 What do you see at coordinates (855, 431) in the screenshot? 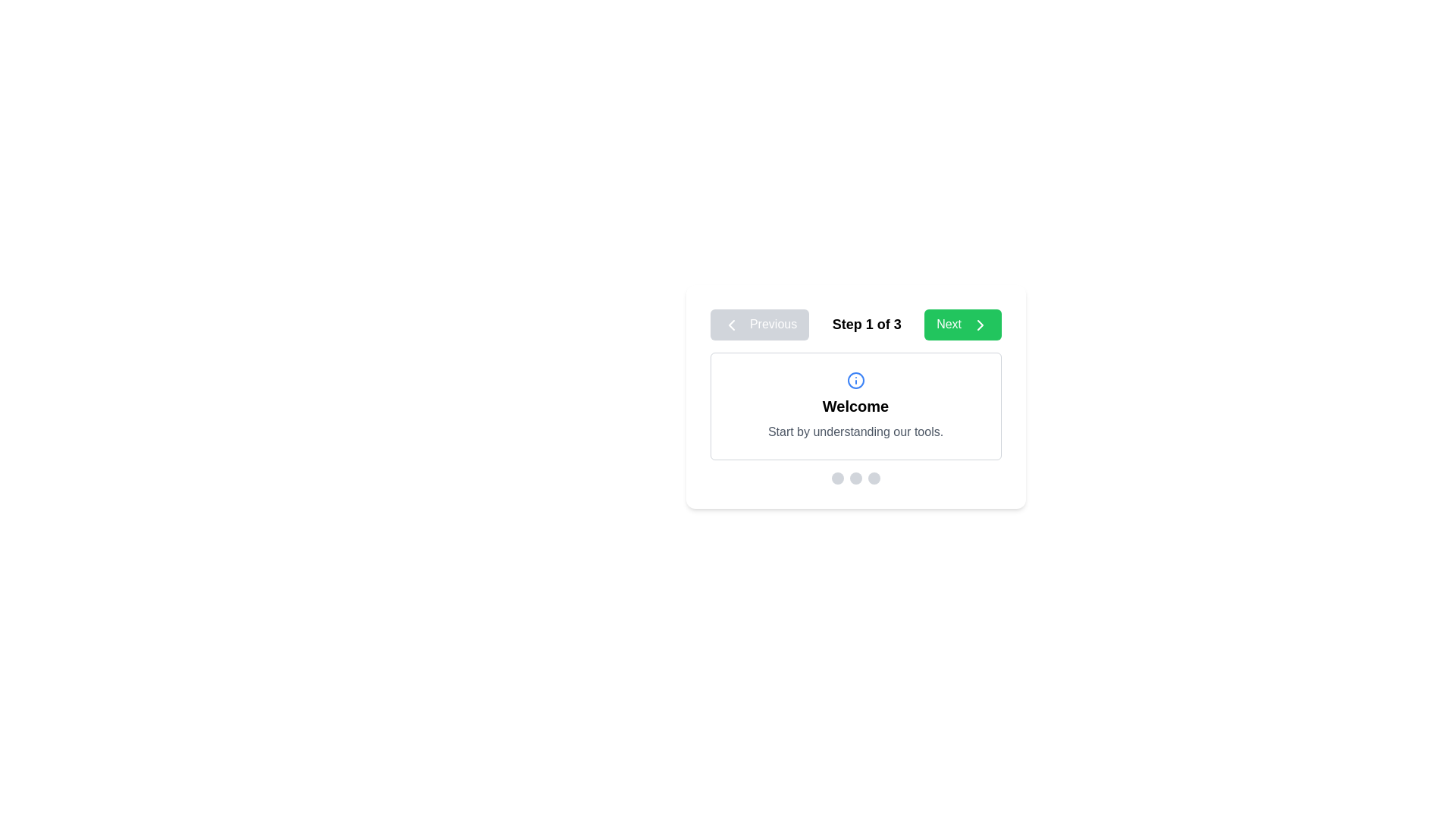
I see `the introductory text label located below the bold title 'Welcome'` at bounding box center [855, 431].